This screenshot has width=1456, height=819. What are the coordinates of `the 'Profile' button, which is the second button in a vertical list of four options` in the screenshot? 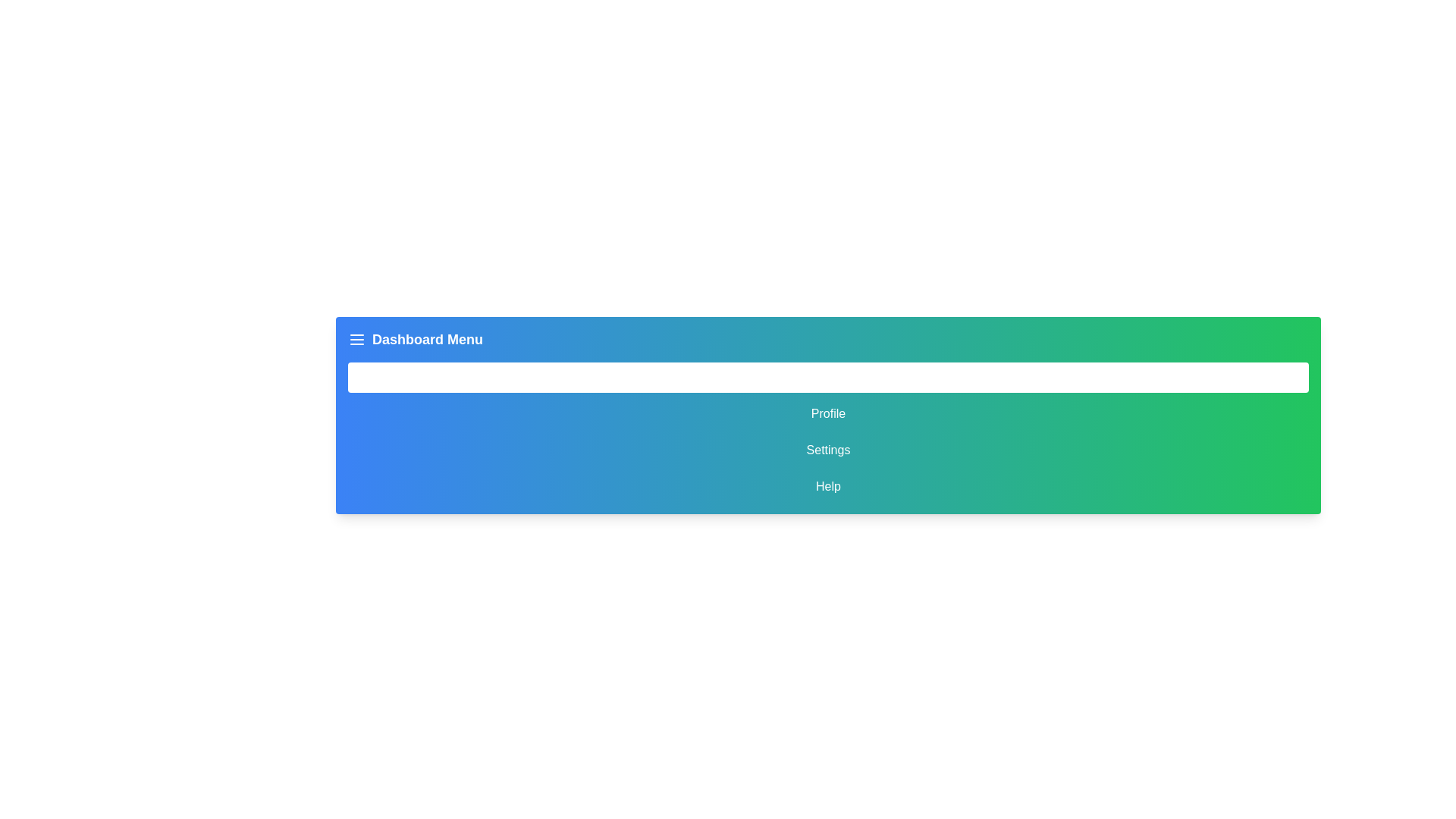 It's located at (827, 414).